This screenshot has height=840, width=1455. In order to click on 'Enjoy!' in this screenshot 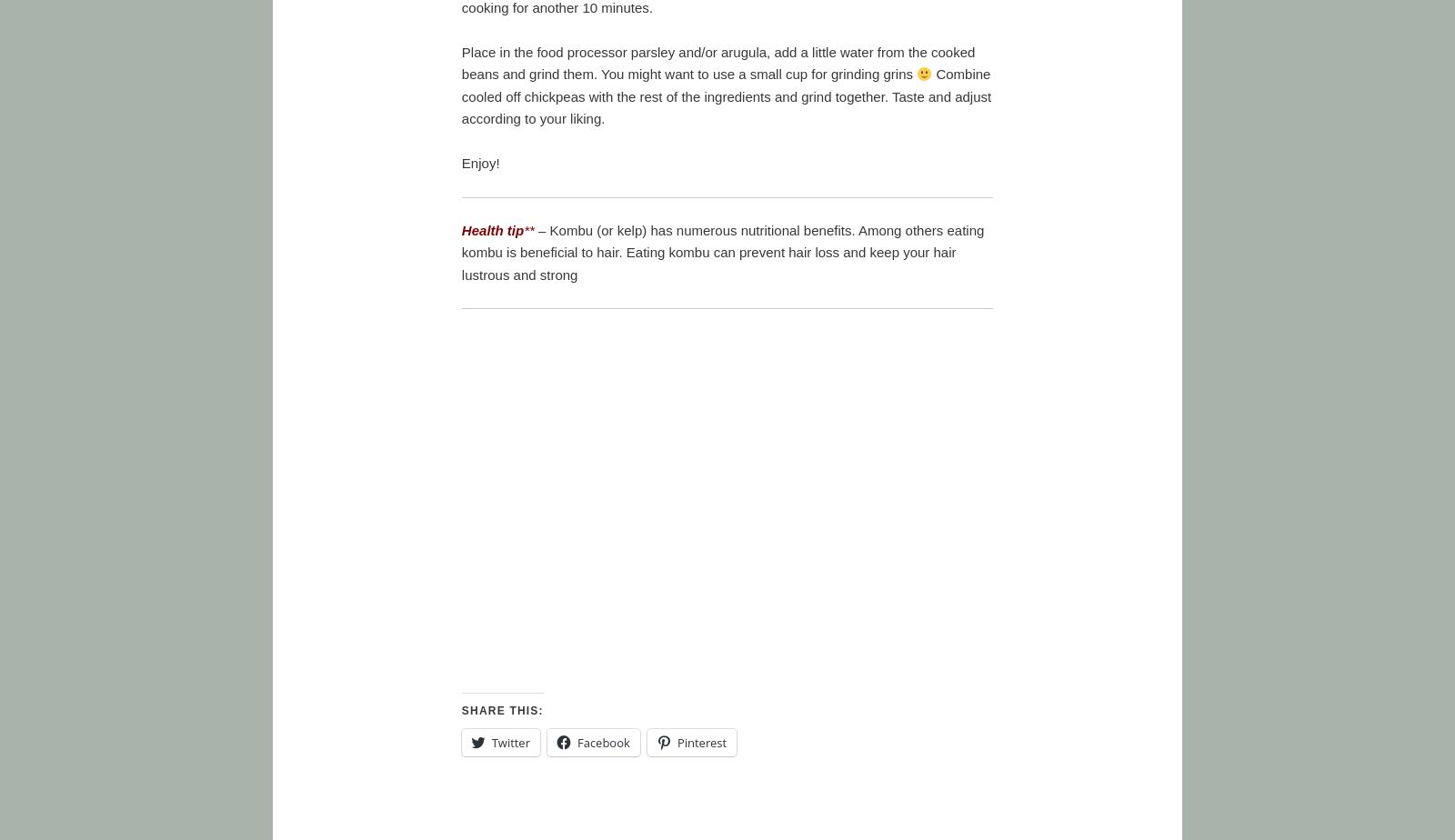, I will do `click(479, 162)`.